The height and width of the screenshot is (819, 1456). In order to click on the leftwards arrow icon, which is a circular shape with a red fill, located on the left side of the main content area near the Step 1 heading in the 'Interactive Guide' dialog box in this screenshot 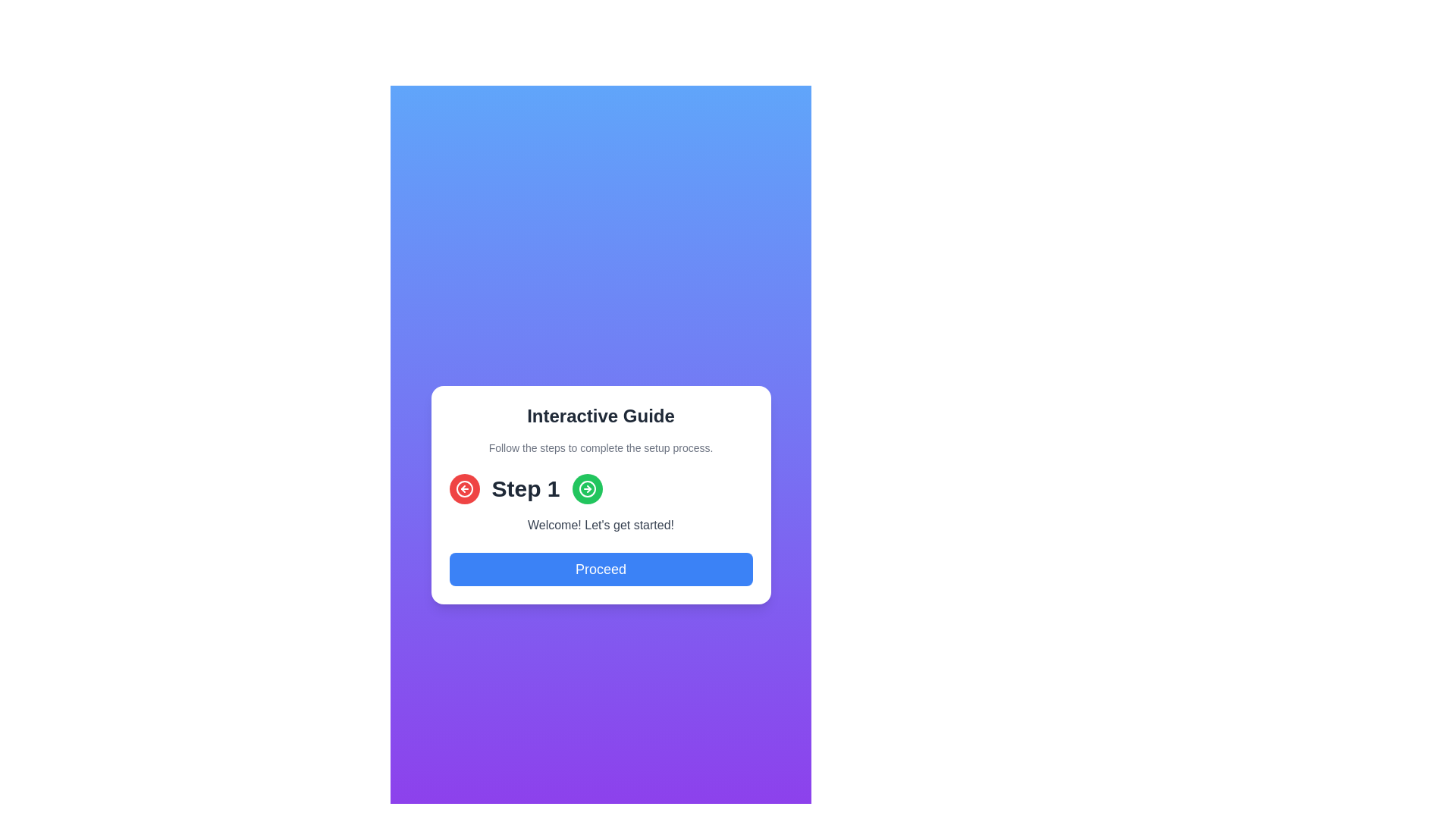, I will do `click(463, 488)`.